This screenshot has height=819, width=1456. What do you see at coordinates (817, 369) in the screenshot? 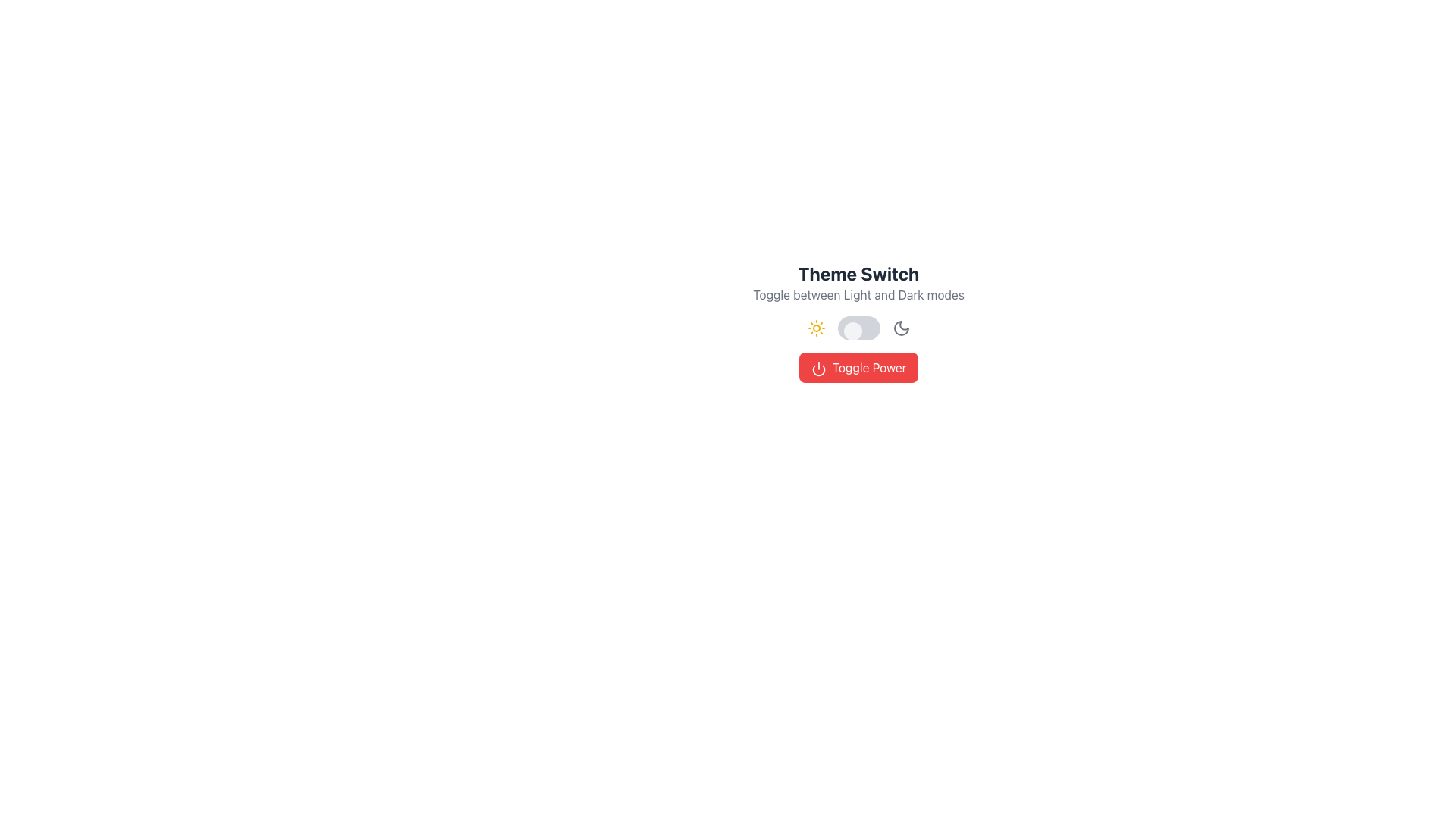
I see `the power icon located to the left side of the 'Toggle Power' button, which is situated near the bottom center of the interface underneath the 'Theme Switch' text` at bounding box center [817, 369].